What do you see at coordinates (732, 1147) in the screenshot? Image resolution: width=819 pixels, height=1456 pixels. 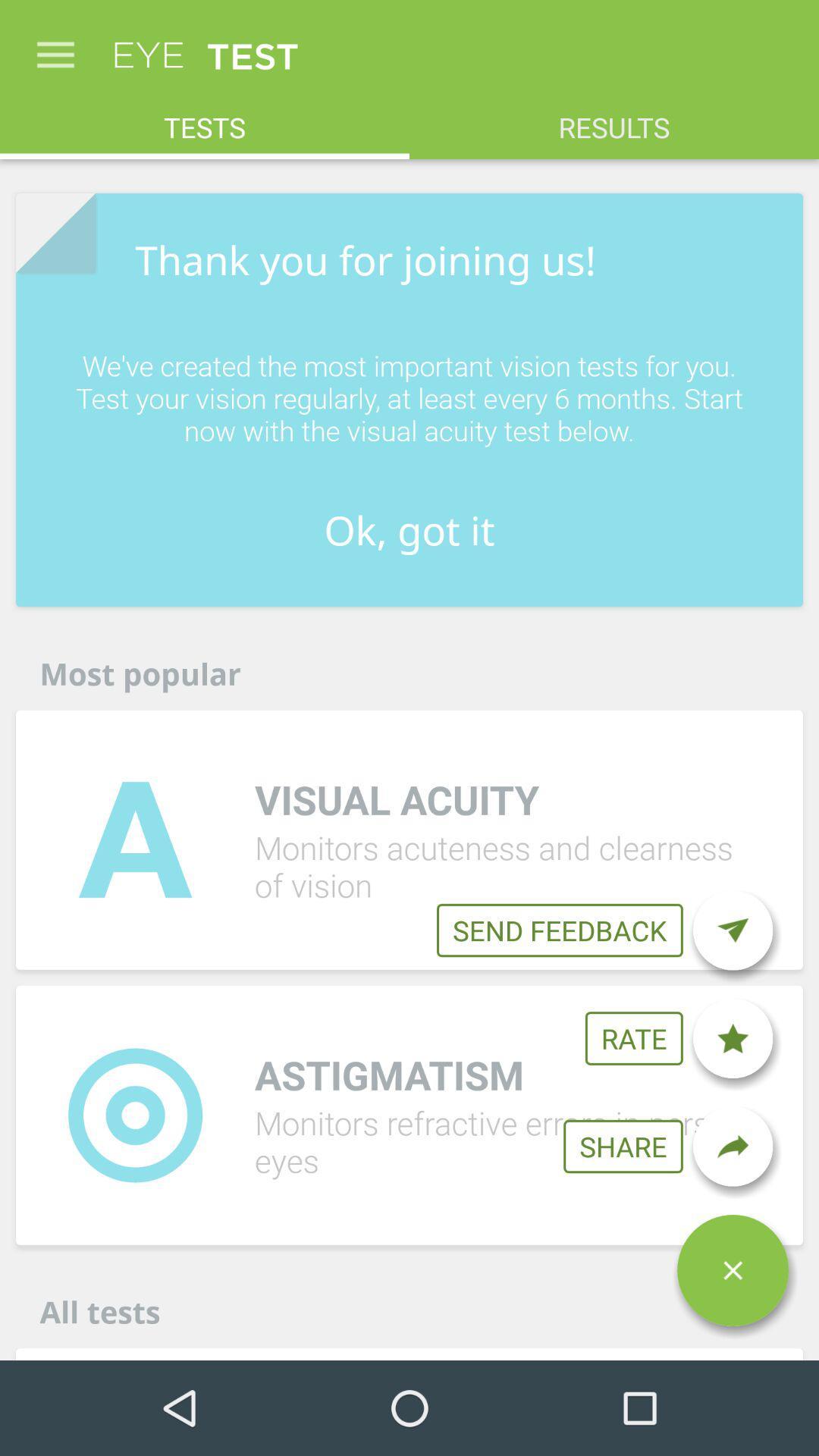 I see `the redo icon` at bounding box center [732, 1147].